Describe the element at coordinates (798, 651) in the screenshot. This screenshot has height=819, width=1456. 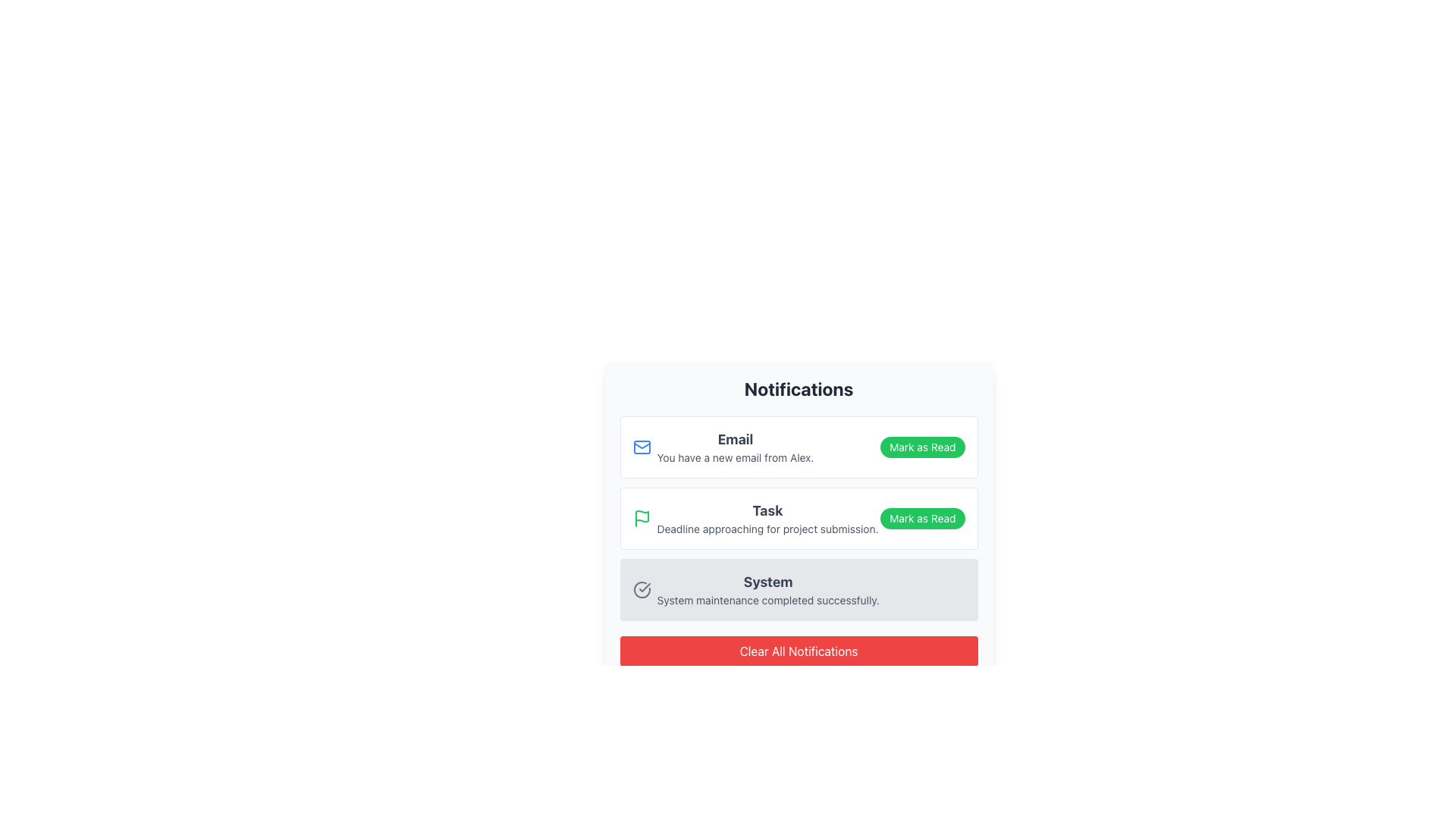
I see `the button at the bottom of the notification list to clear all notifications from the displayed list` at that location.